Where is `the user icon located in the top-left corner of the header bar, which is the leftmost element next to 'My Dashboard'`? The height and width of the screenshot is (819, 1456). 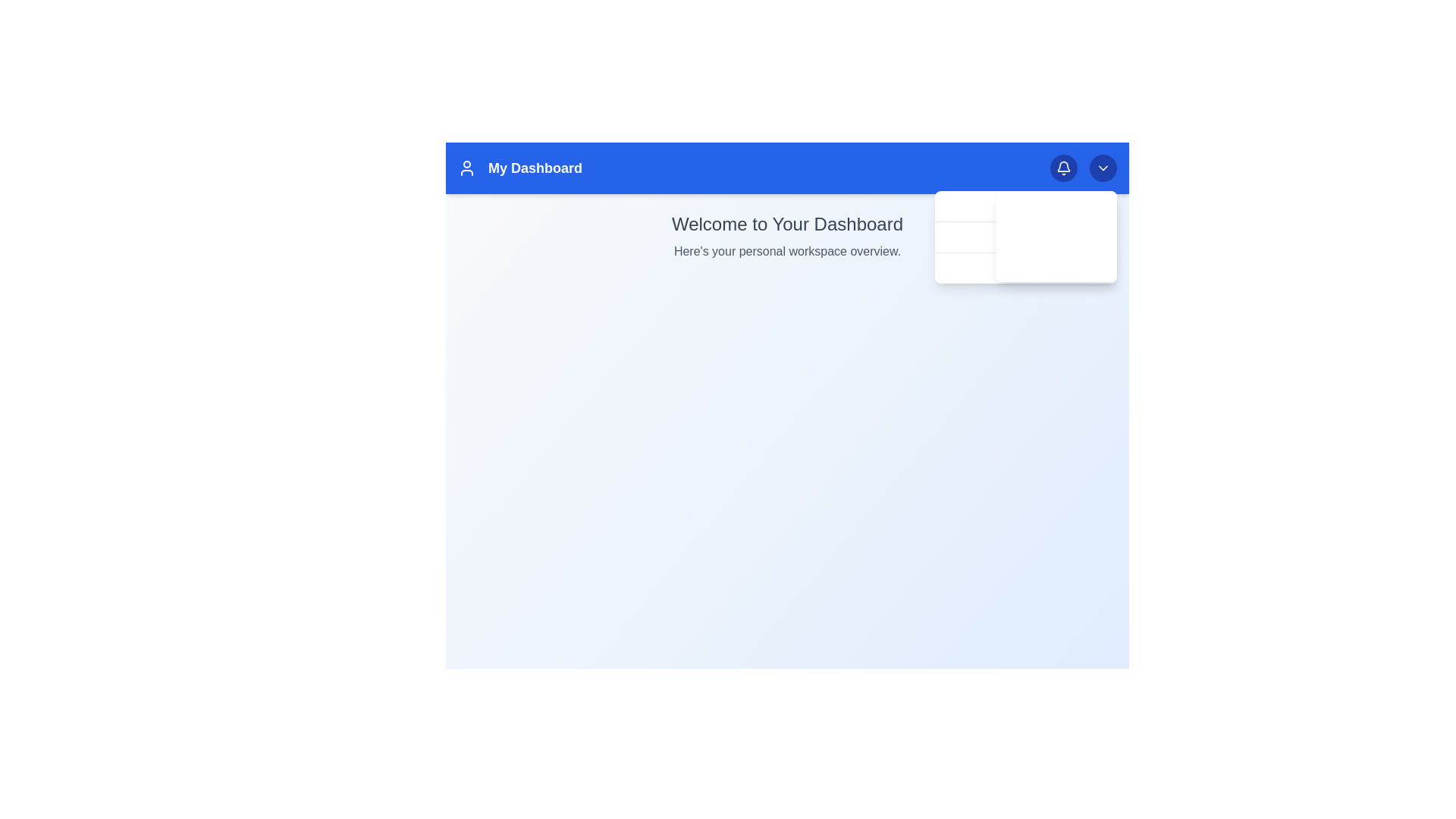 the user icon located in the top-left corner of the header bar, which is the leftmost element next to 'My Dashboard' is located at coordinates (466, 168).